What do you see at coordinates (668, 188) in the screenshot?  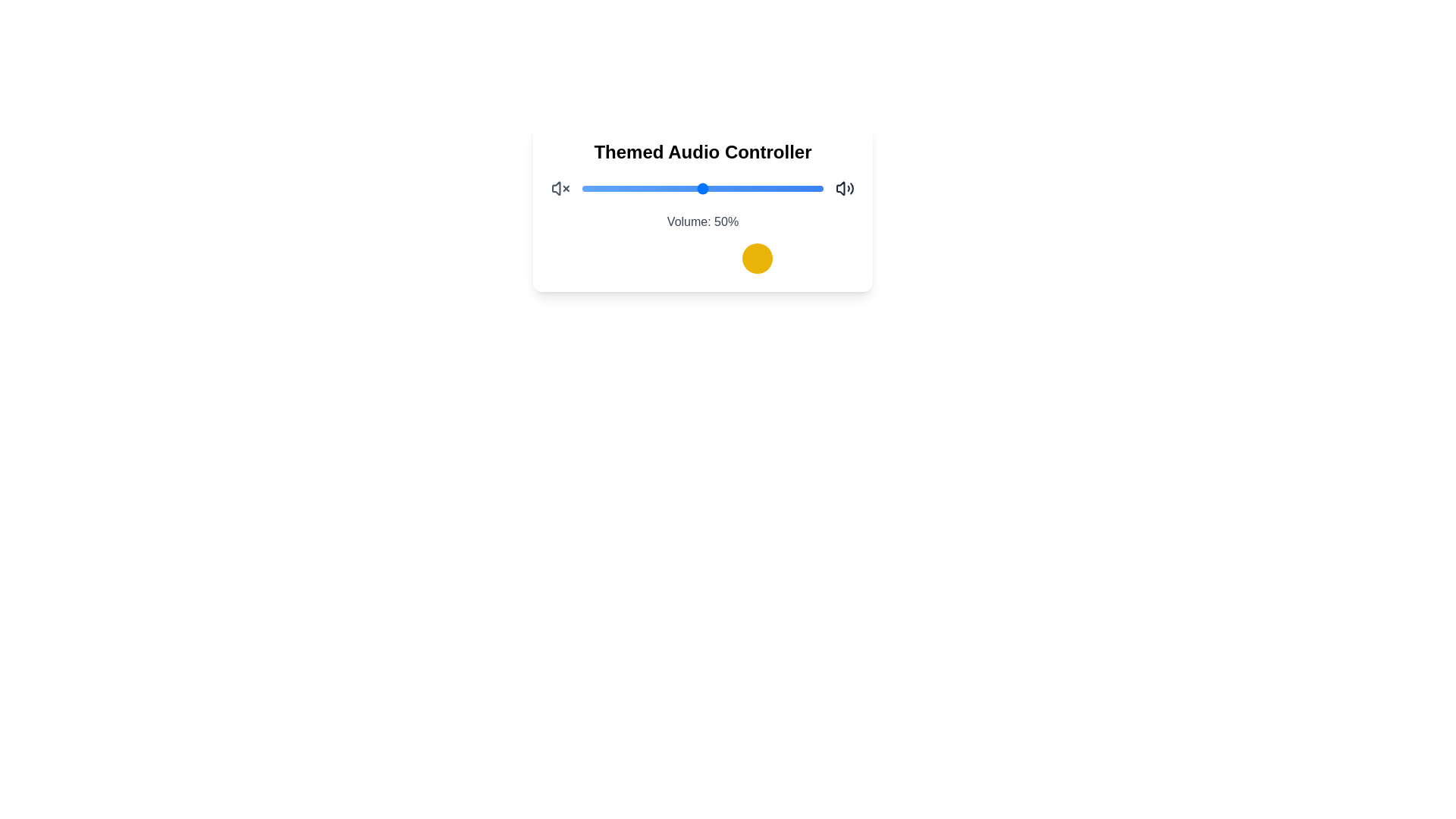 I see `the volume slider to set the volume to 36%` at bounding box center [668, 188].